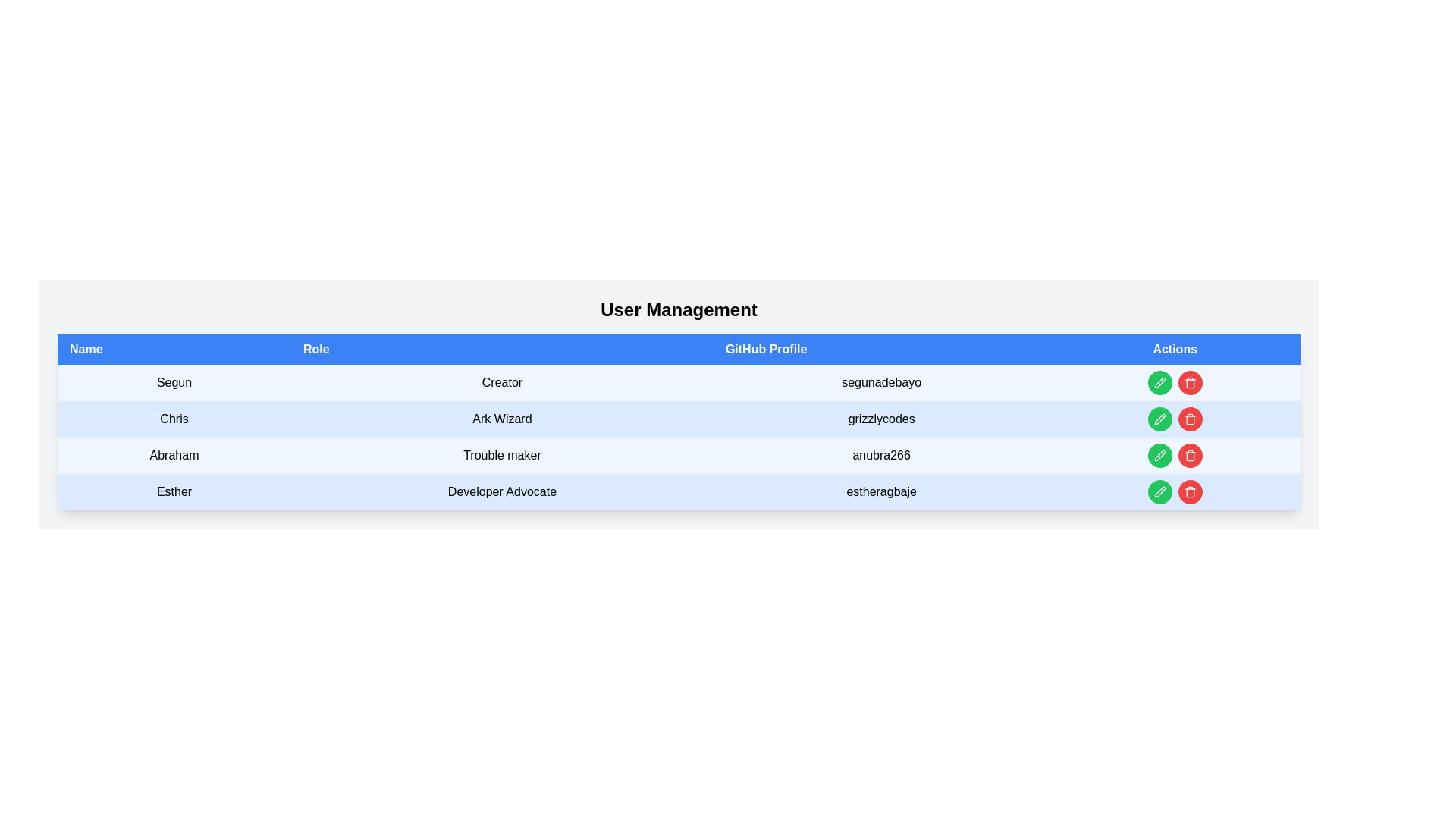  Describe the element at coordinates (1189, 382) in the screenshot. I see `the red circular delete button with a trash can icon located in the 'Actions' column of the User Management table` at that location.